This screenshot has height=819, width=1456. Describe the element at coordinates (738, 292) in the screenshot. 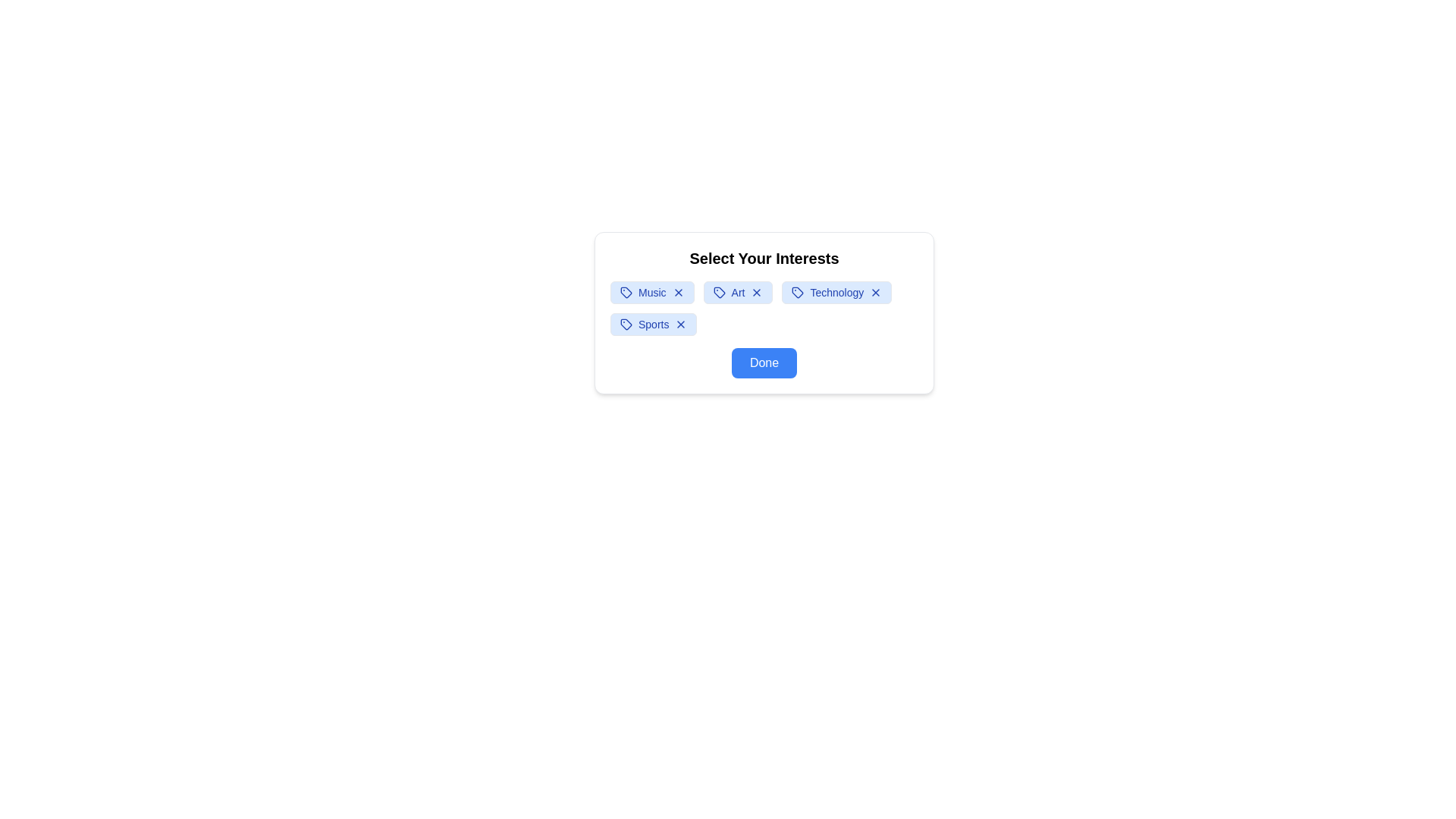

I see `the text within the interest tag labeled 'Art' to select it` at that location.